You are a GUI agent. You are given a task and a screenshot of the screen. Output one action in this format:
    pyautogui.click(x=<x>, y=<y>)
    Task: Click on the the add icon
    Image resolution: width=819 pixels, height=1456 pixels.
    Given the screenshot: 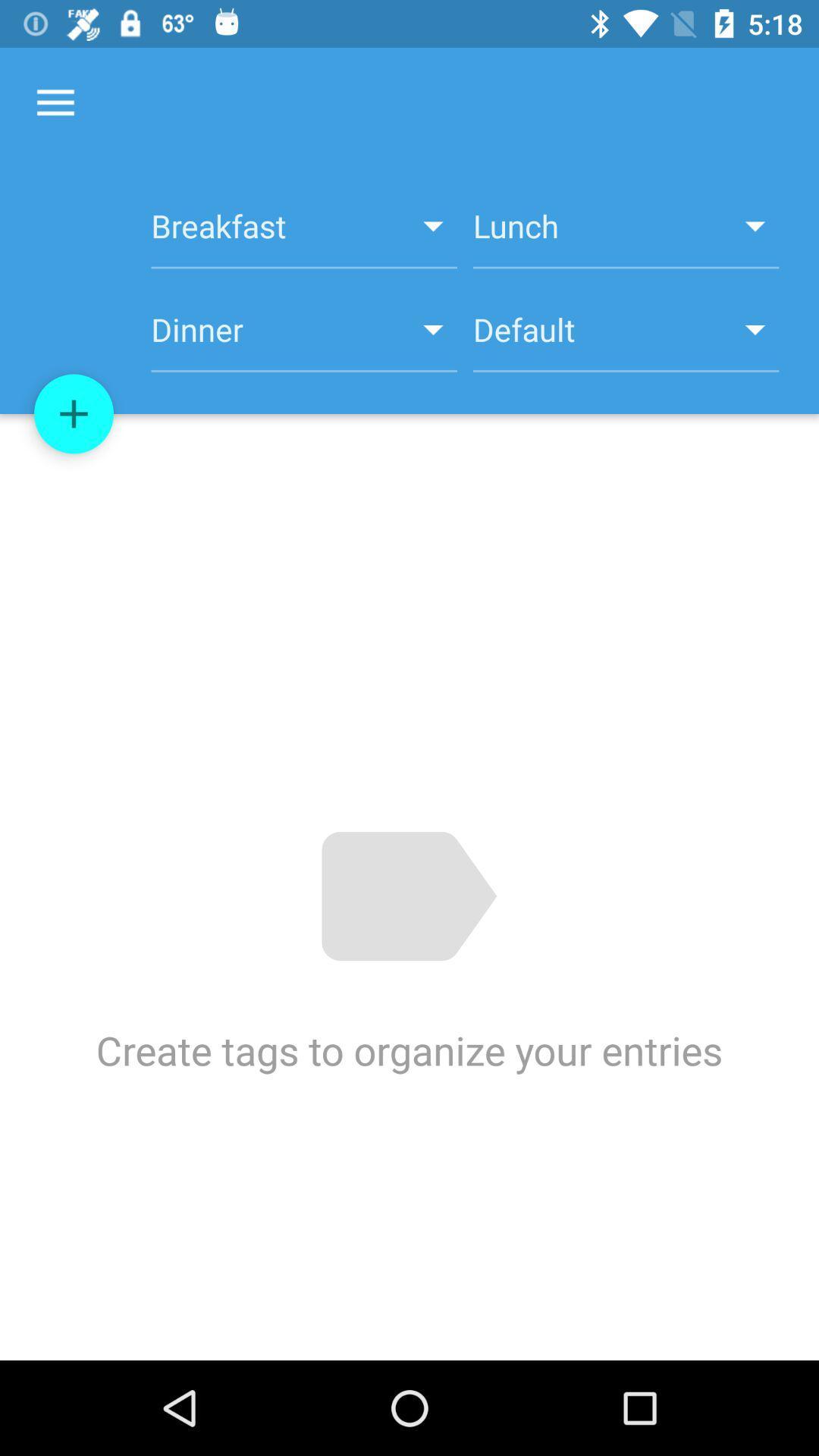 What is the action you would take?
    pyautogui.click(x=74, y=414)
    